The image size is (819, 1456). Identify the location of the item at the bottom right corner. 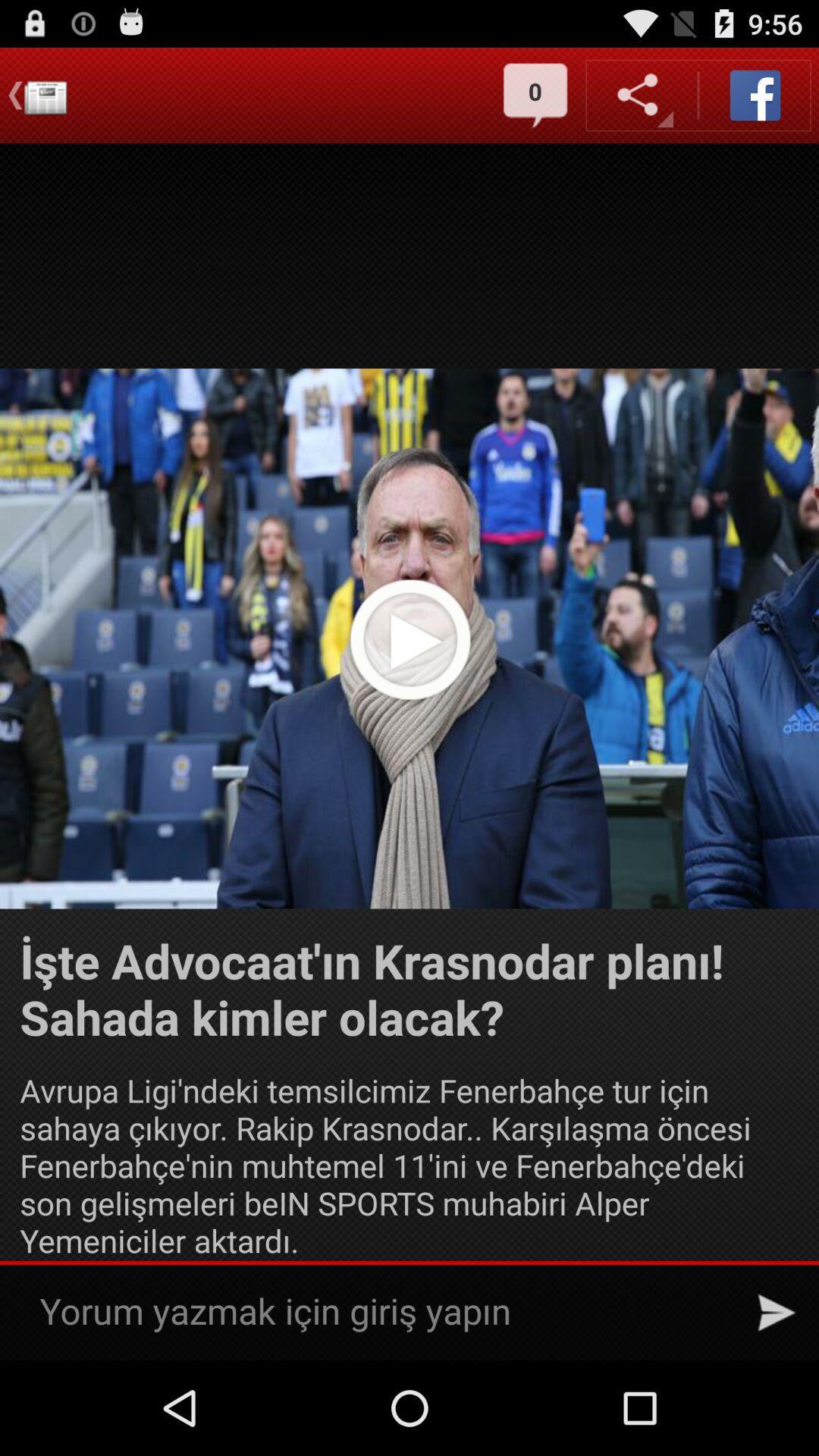
(777, 1312).